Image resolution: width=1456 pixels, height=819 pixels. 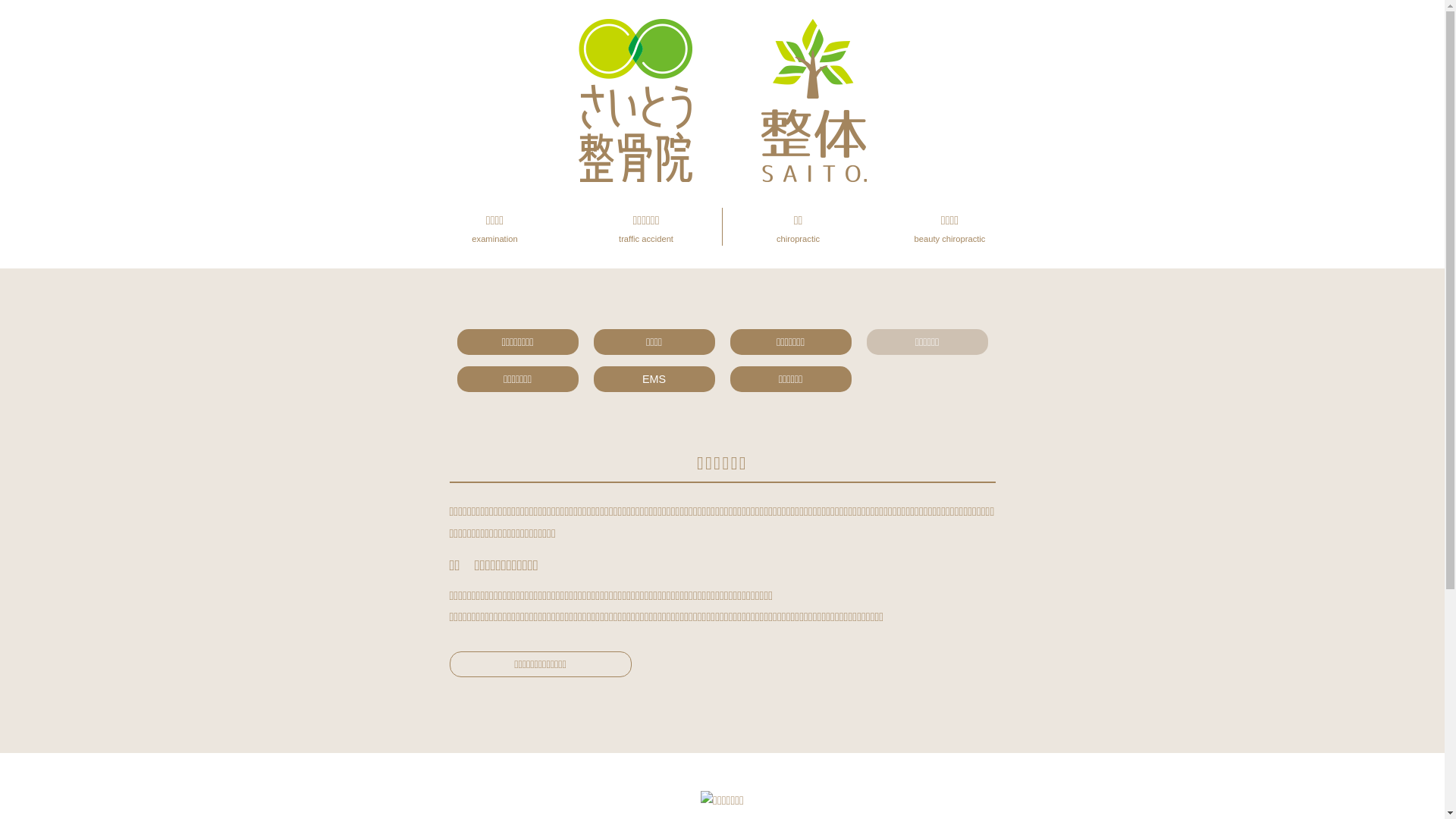 I want to click on 'EMS', so click(x=654, y=378).